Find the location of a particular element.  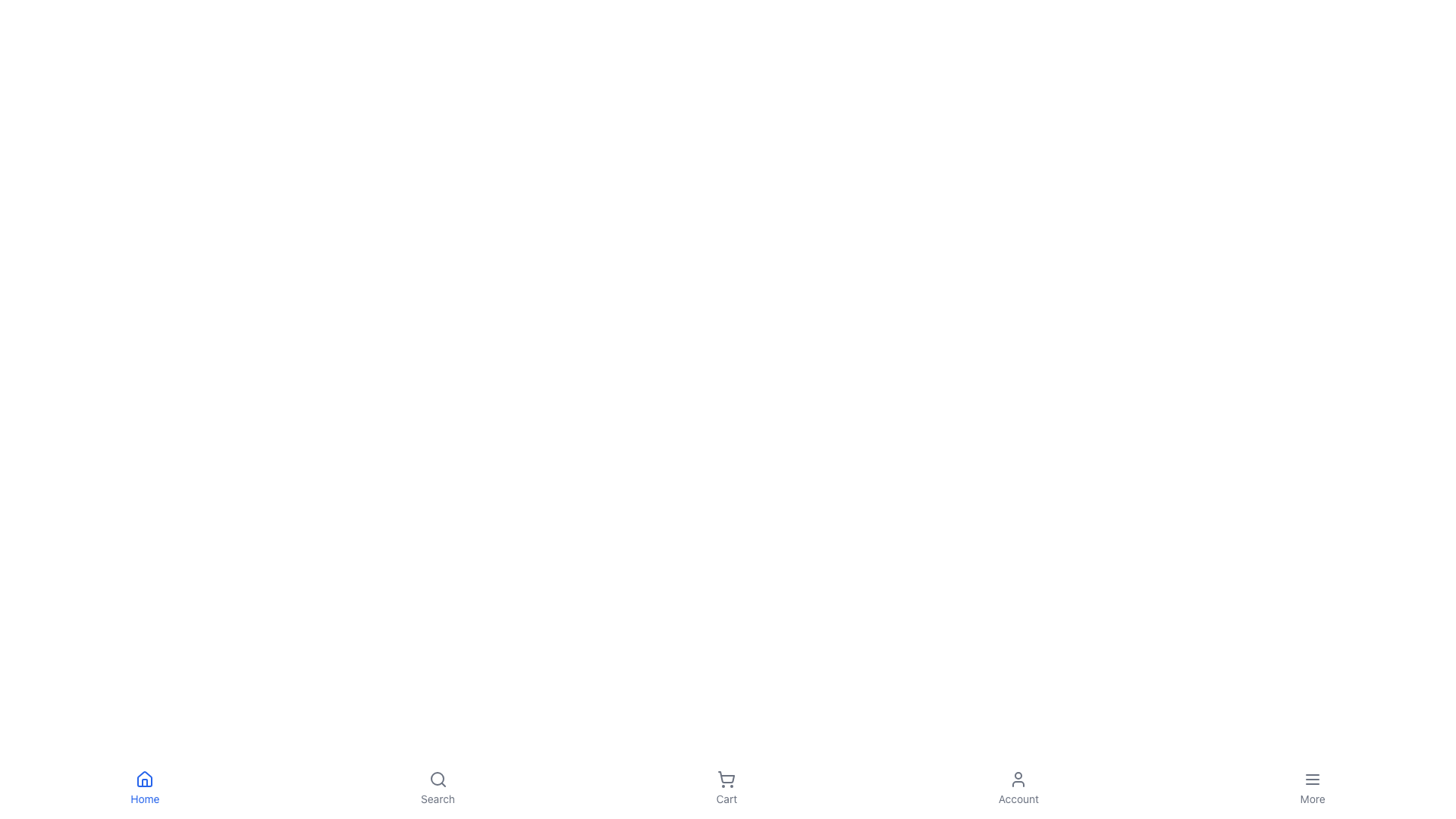

the magnifying glass icon located in the bottom navigation bar is located at coordinates (437, 780).